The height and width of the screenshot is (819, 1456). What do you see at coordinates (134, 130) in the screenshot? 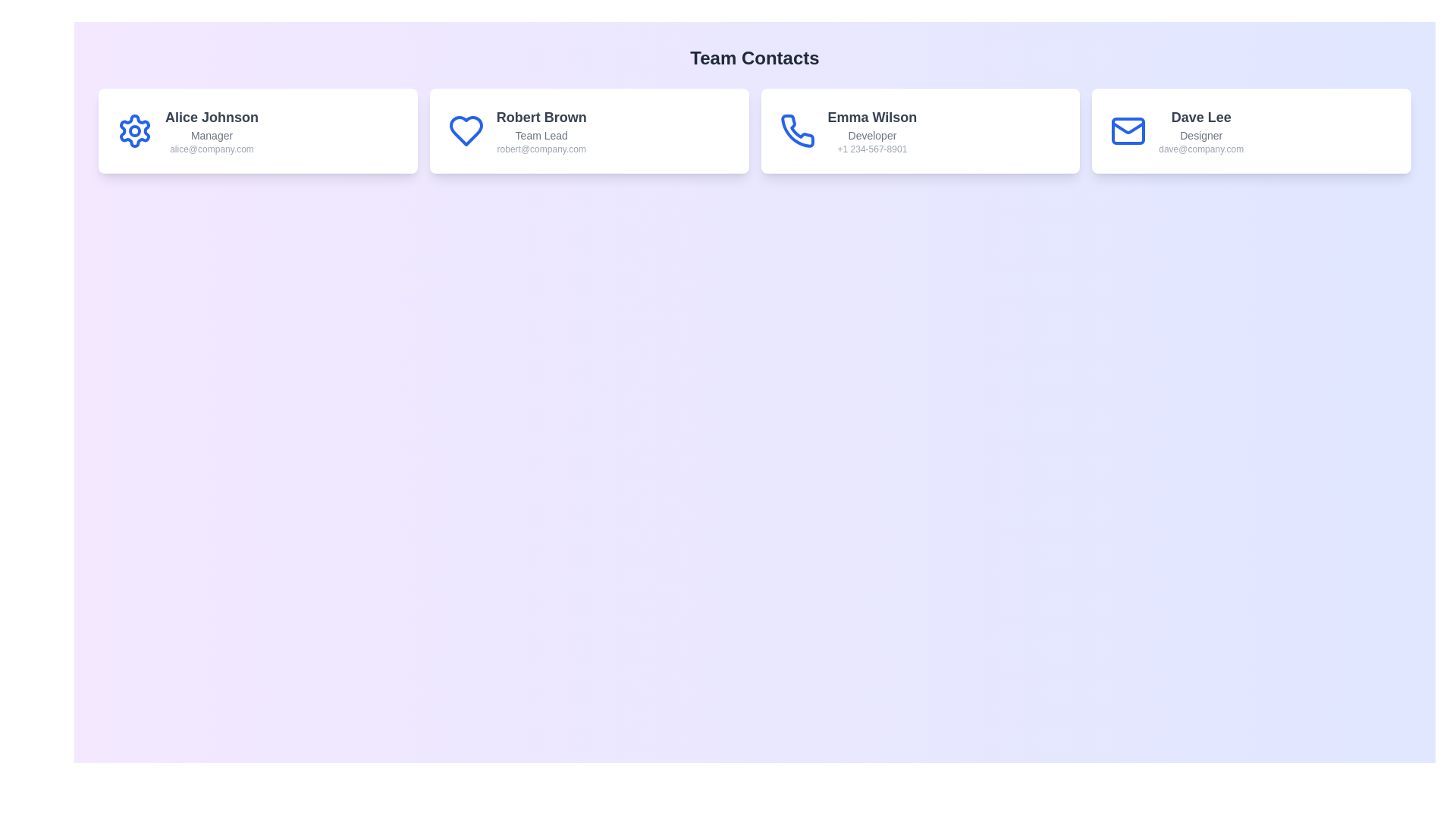
I see `the gear icon, styled in blue and white, located to the far left within the card of Alice Johnson's contact details` at bounding box center [134, 130].